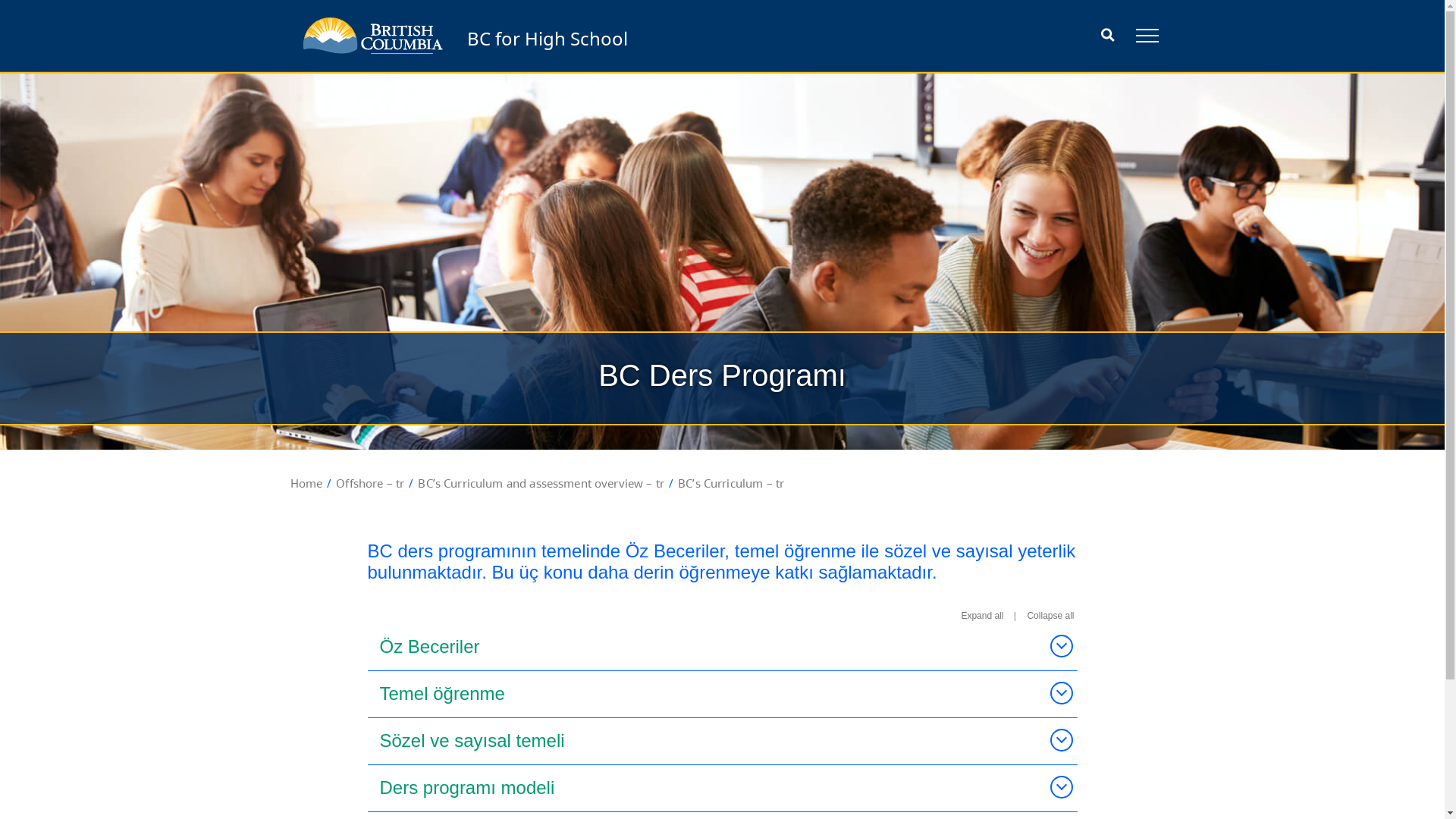 The image size is (1456, 819). Describe the element at coordinates (1050, 616) in the screenshot. I see `'Collapse all'` at that location.